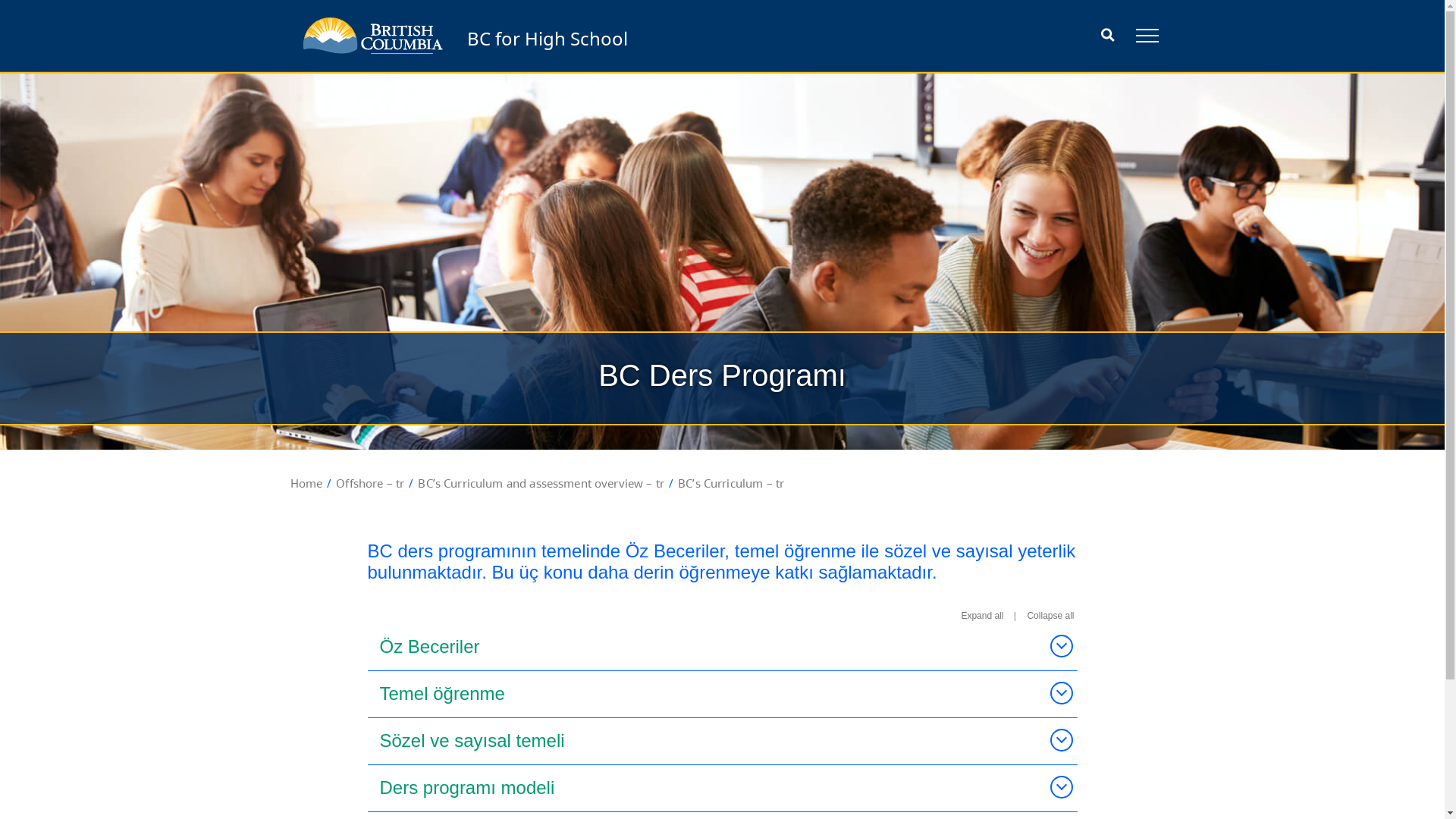 The image size is (1456, 819). Describe the element at coordinates (1050, 616) in the screenshot. I see `'Collapse all'` at that location.